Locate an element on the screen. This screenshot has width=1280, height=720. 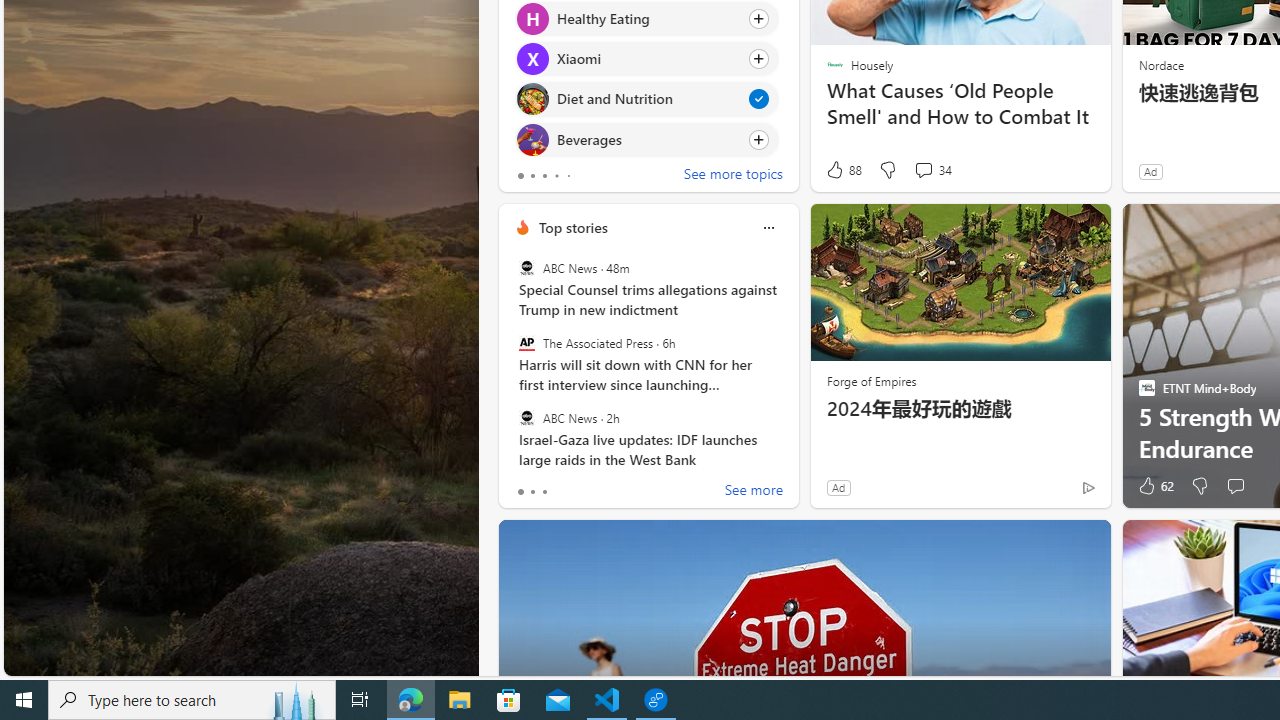
'See more topics' is located at coordinates (732, 175).